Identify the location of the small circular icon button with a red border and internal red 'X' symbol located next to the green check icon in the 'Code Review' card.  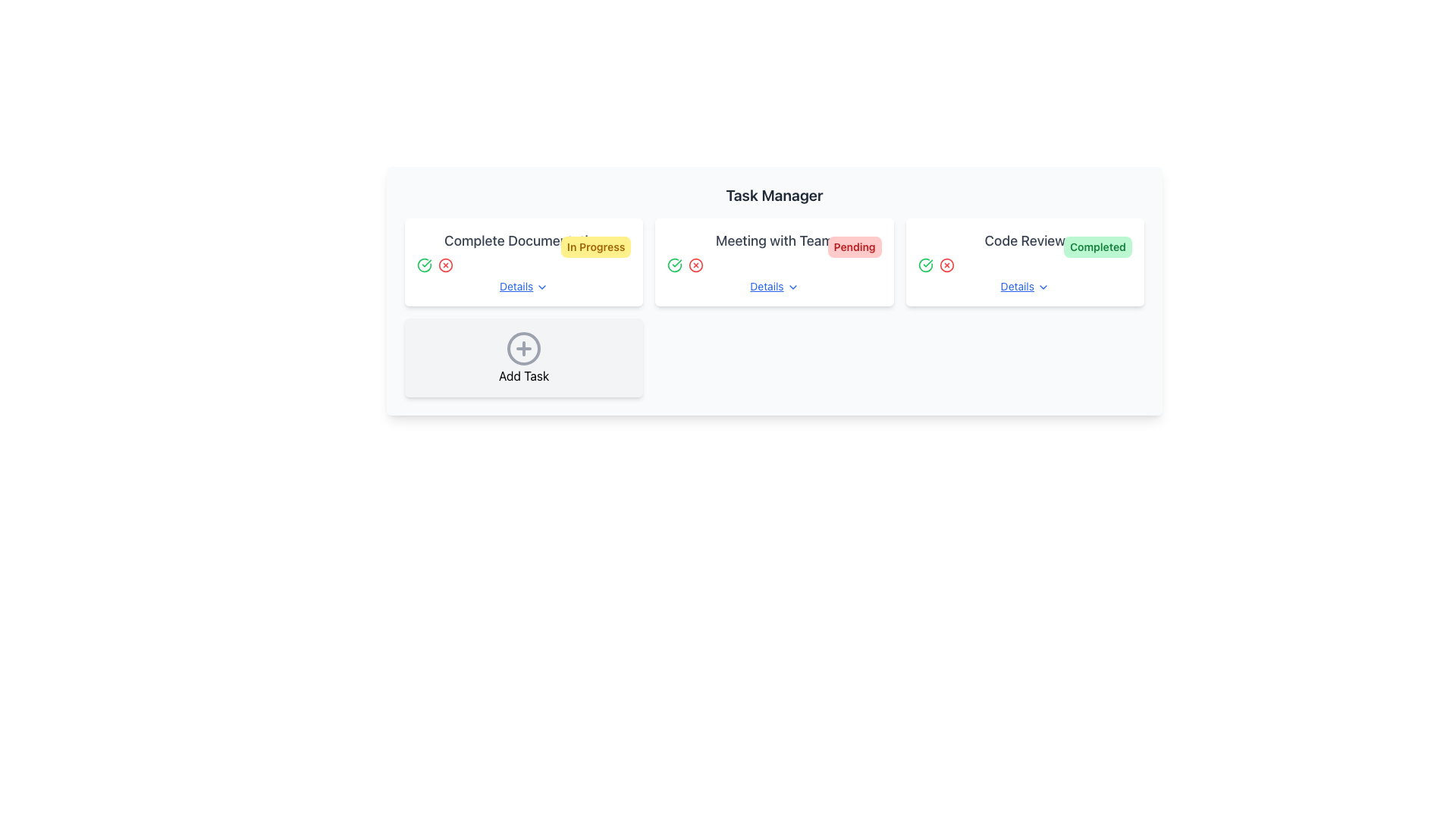
(946, 265).